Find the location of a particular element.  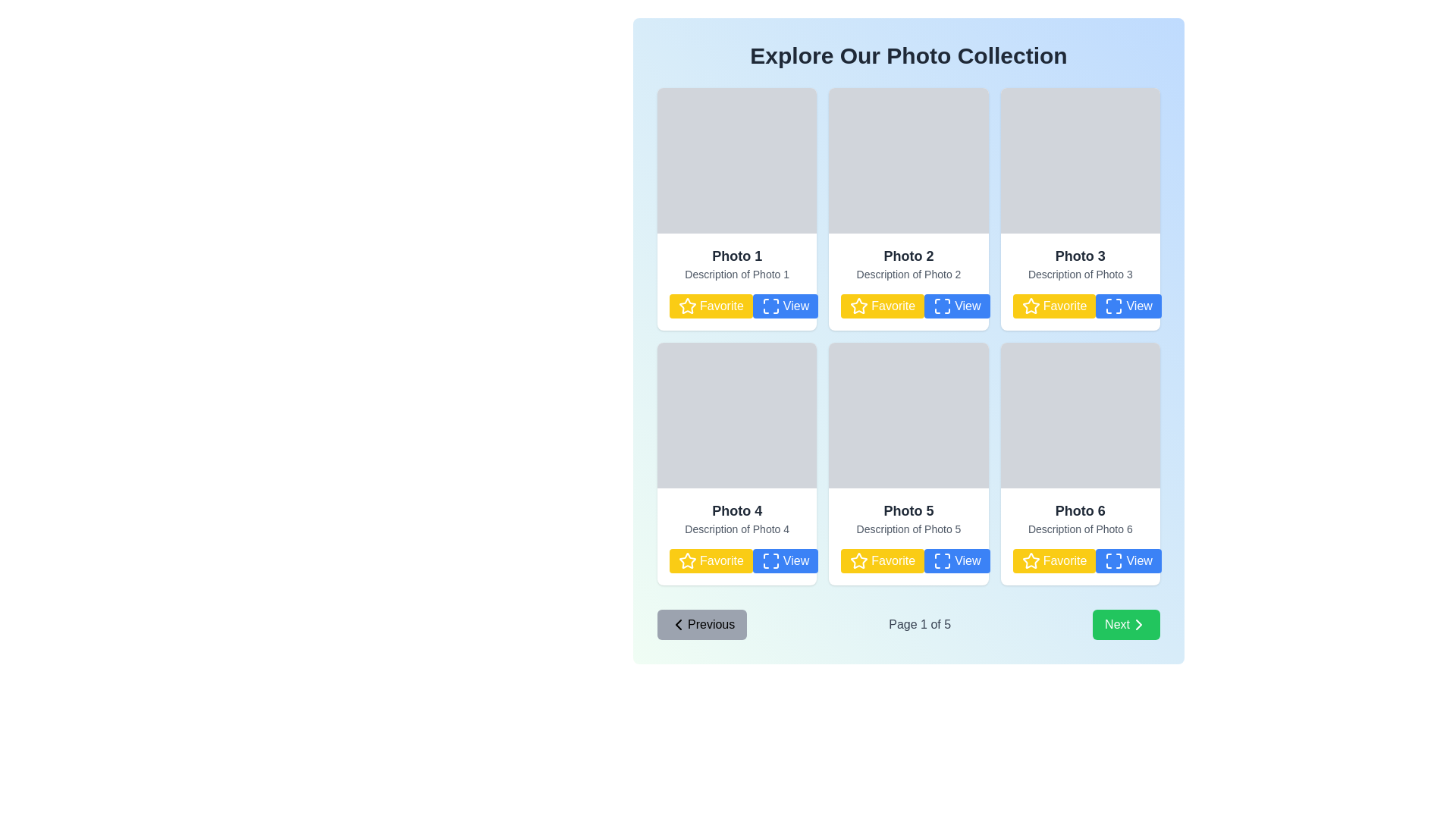

the view icon located within the blue 'View' button of the Photo 5 card in the second row under the 'Explore Our Photo Collection' header is located at coordinates (942, 561).